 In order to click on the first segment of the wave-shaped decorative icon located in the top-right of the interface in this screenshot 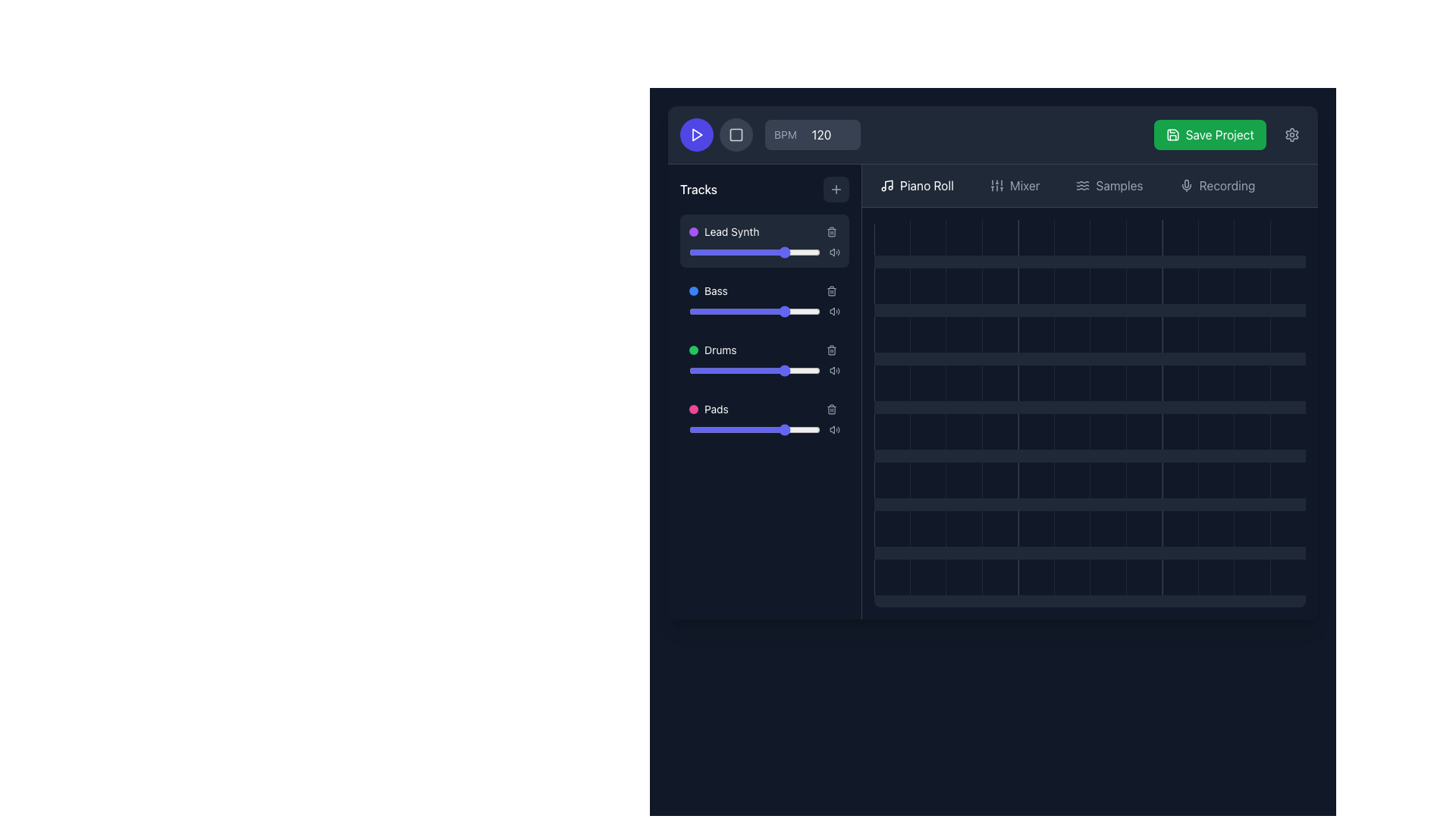, I will do `click(1082, 181)`.